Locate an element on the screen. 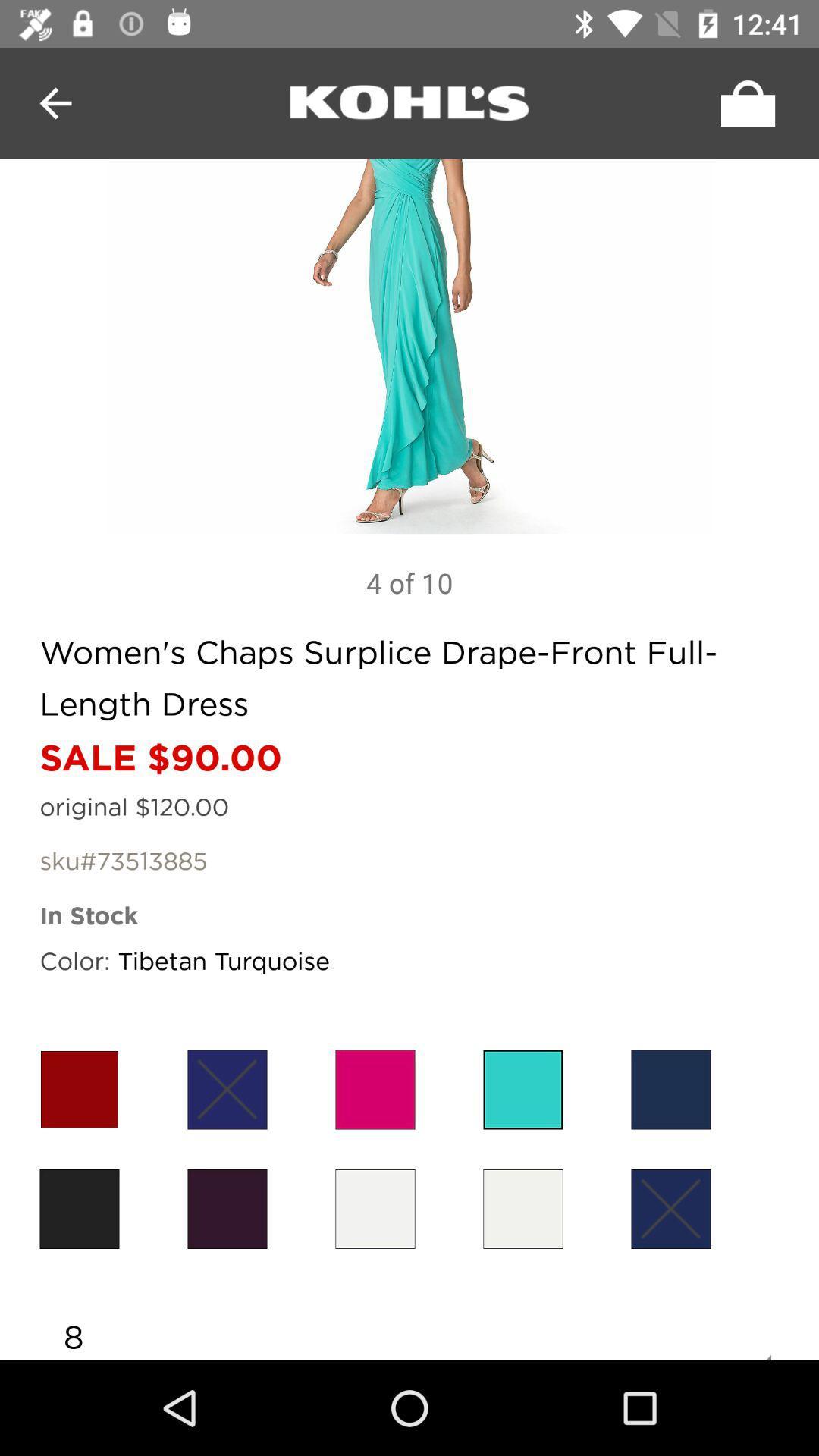  color is located at coordinates (522, 1208).